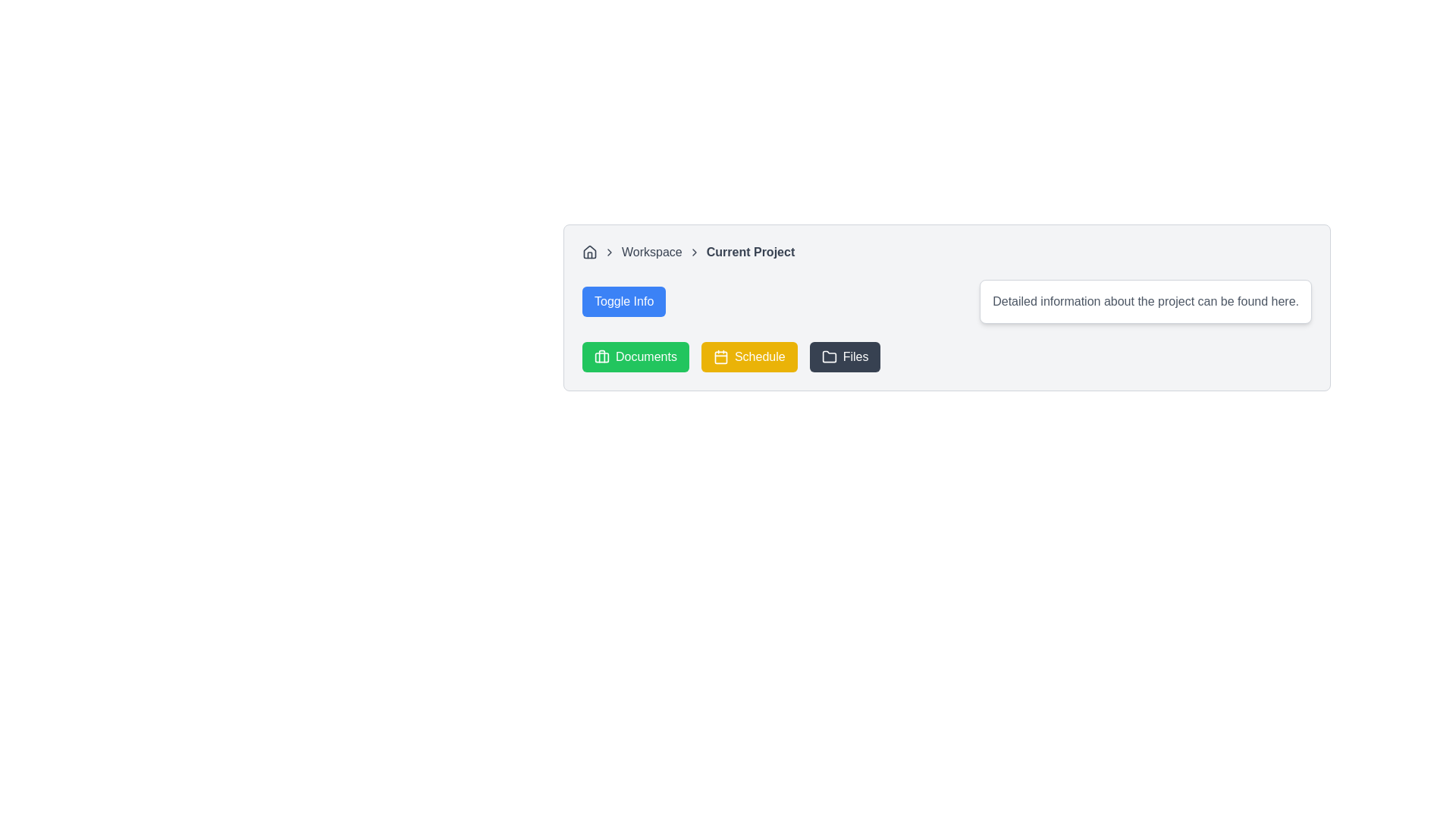 The width and height of the screenshot is (1456, 819). What do you see at coordinates (610, 251) in the screenshot?
I see `the first rightward-pointing chevron icon in the breadcrumb navigation located between the house icon and the label 'Workspace'` at bounding box center [610, 251].